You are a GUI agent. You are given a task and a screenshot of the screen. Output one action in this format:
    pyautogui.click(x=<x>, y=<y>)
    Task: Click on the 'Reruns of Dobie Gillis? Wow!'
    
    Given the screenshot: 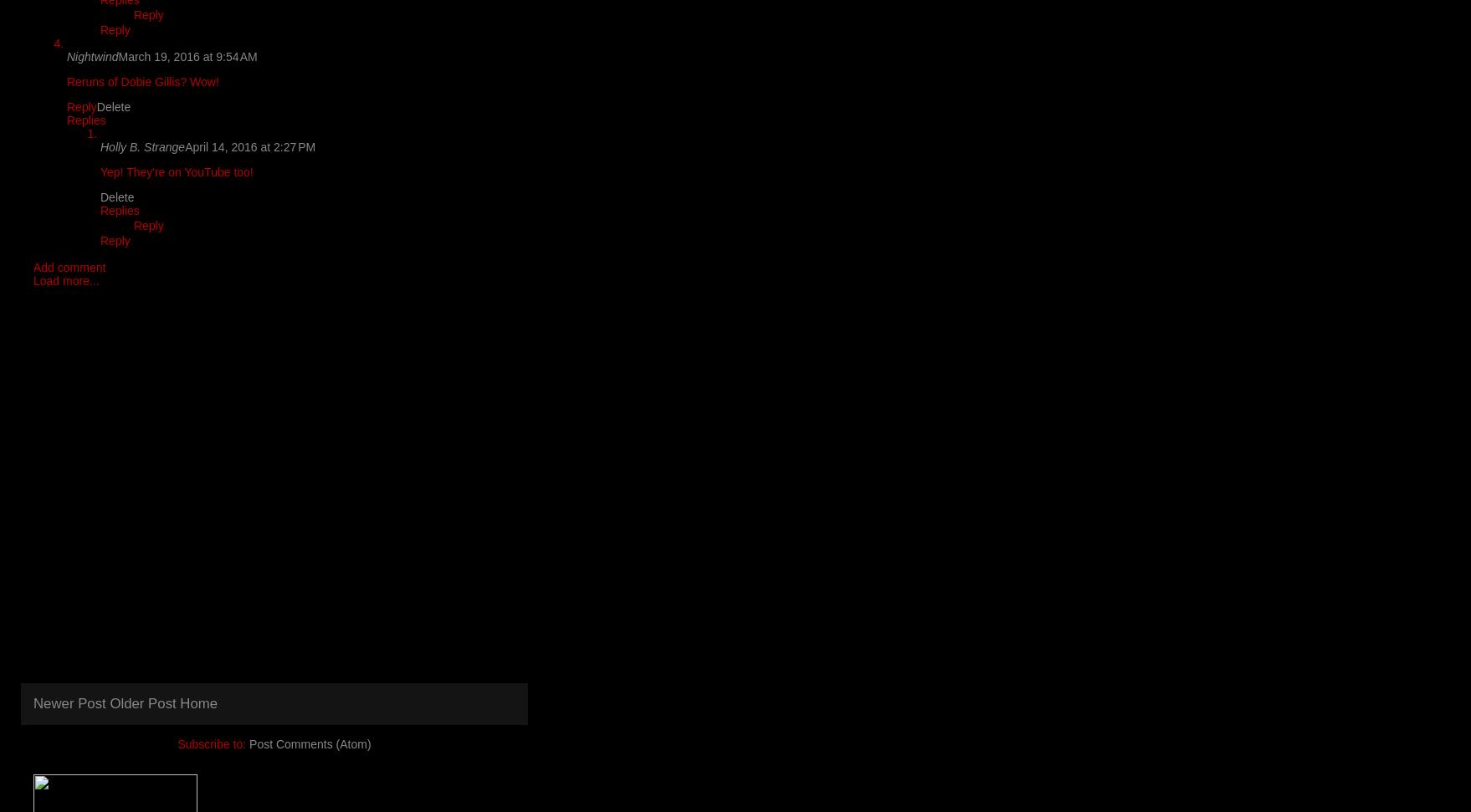 What is the action you would take?
    pyautogui.click(x=141, y=80)
    